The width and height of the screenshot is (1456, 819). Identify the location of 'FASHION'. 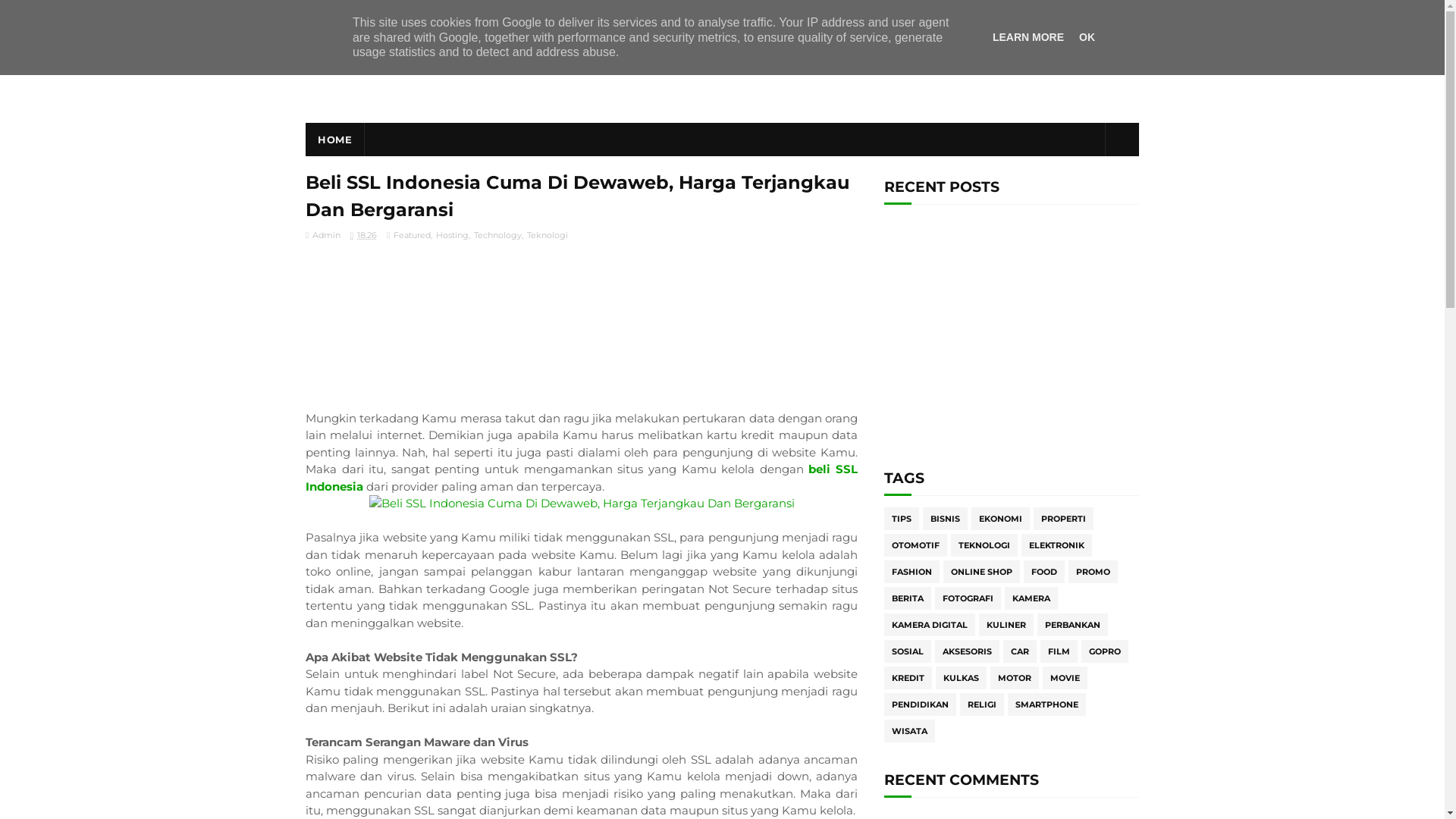
(911, 571).